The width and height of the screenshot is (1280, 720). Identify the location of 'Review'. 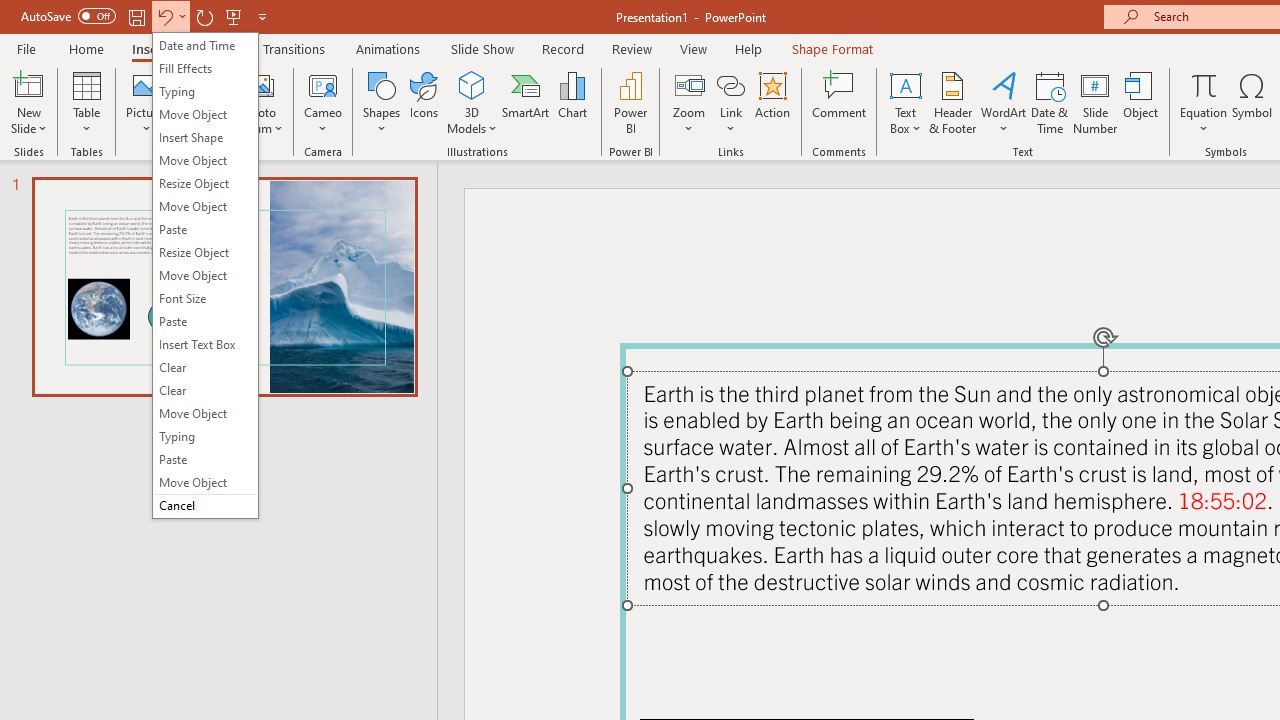
(630, 48).